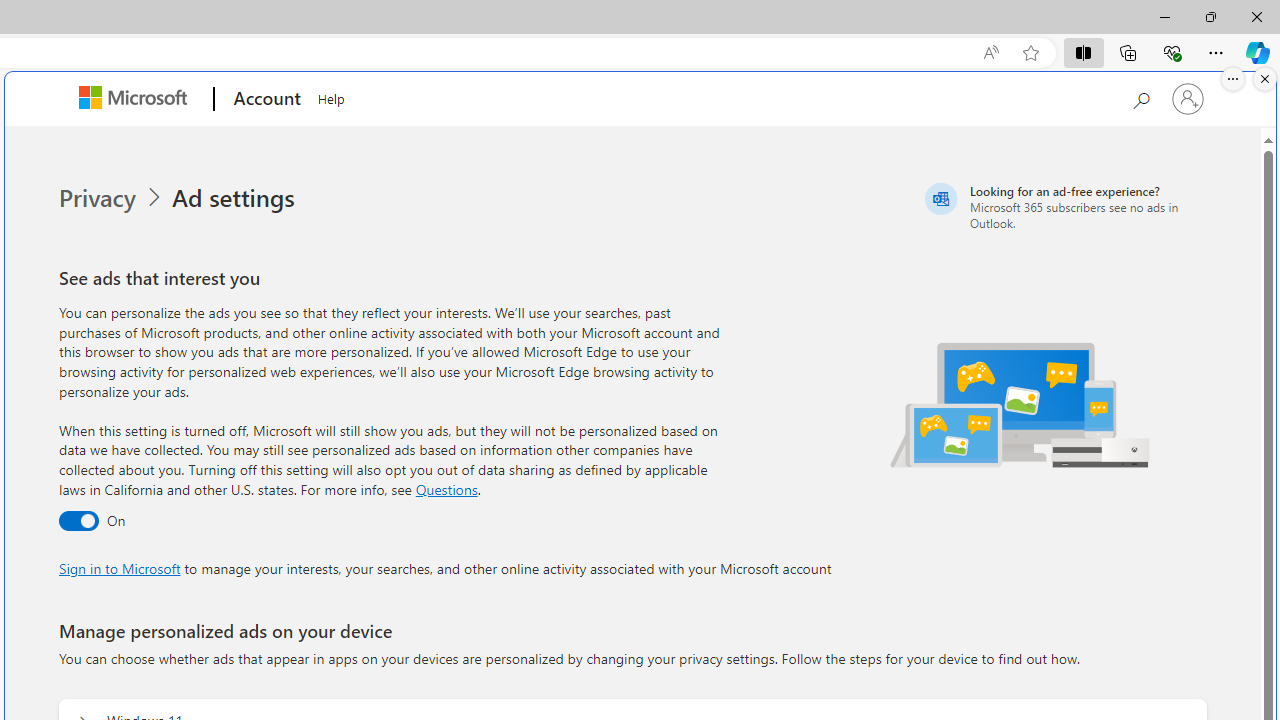  Describe the element at coordinates (236, 198) in the screenshot. I see `'Ad settings'` at that location.